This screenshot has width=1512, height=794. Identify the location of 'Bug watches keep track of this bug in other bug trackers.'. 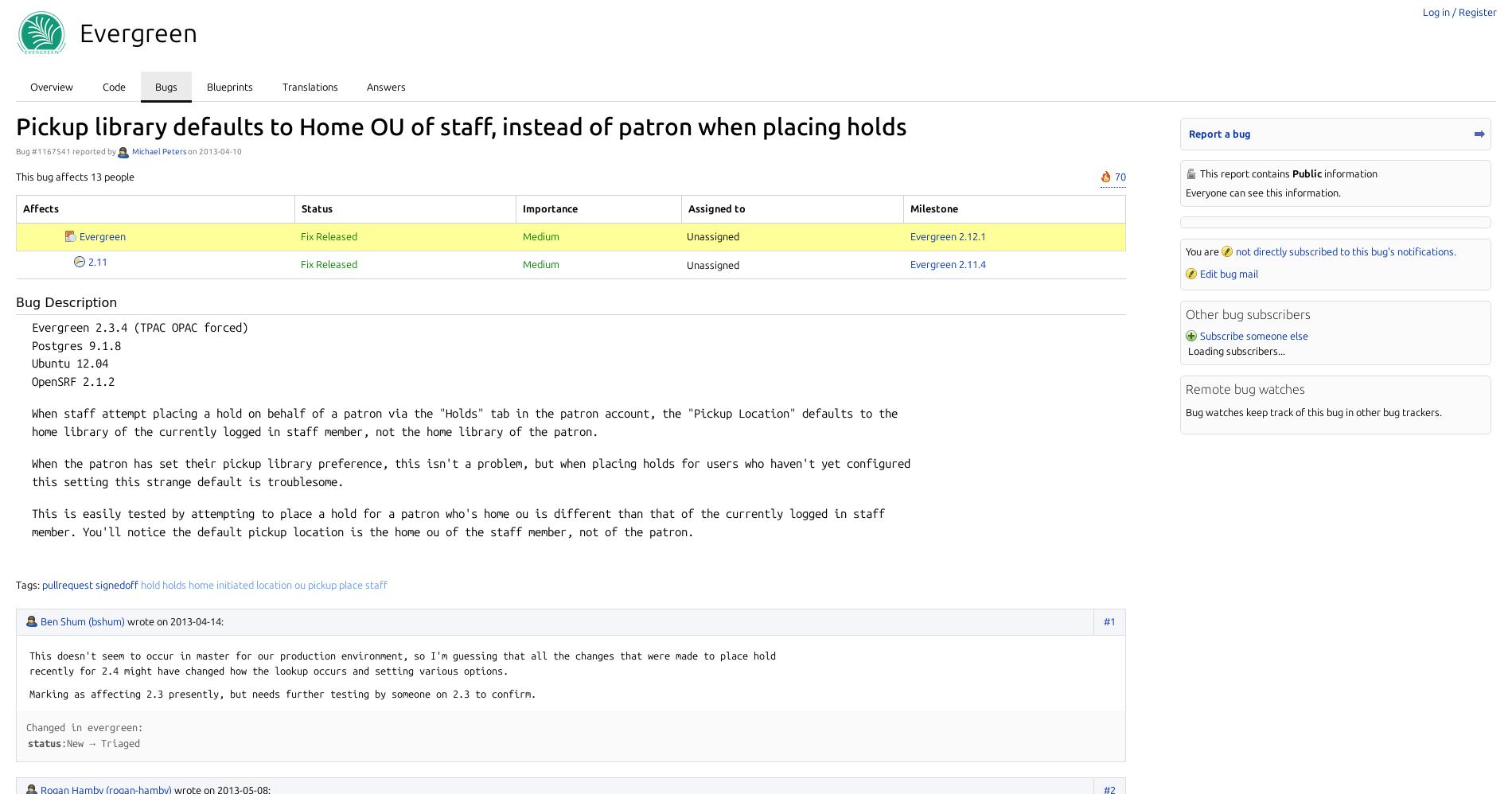
(1313, 411).